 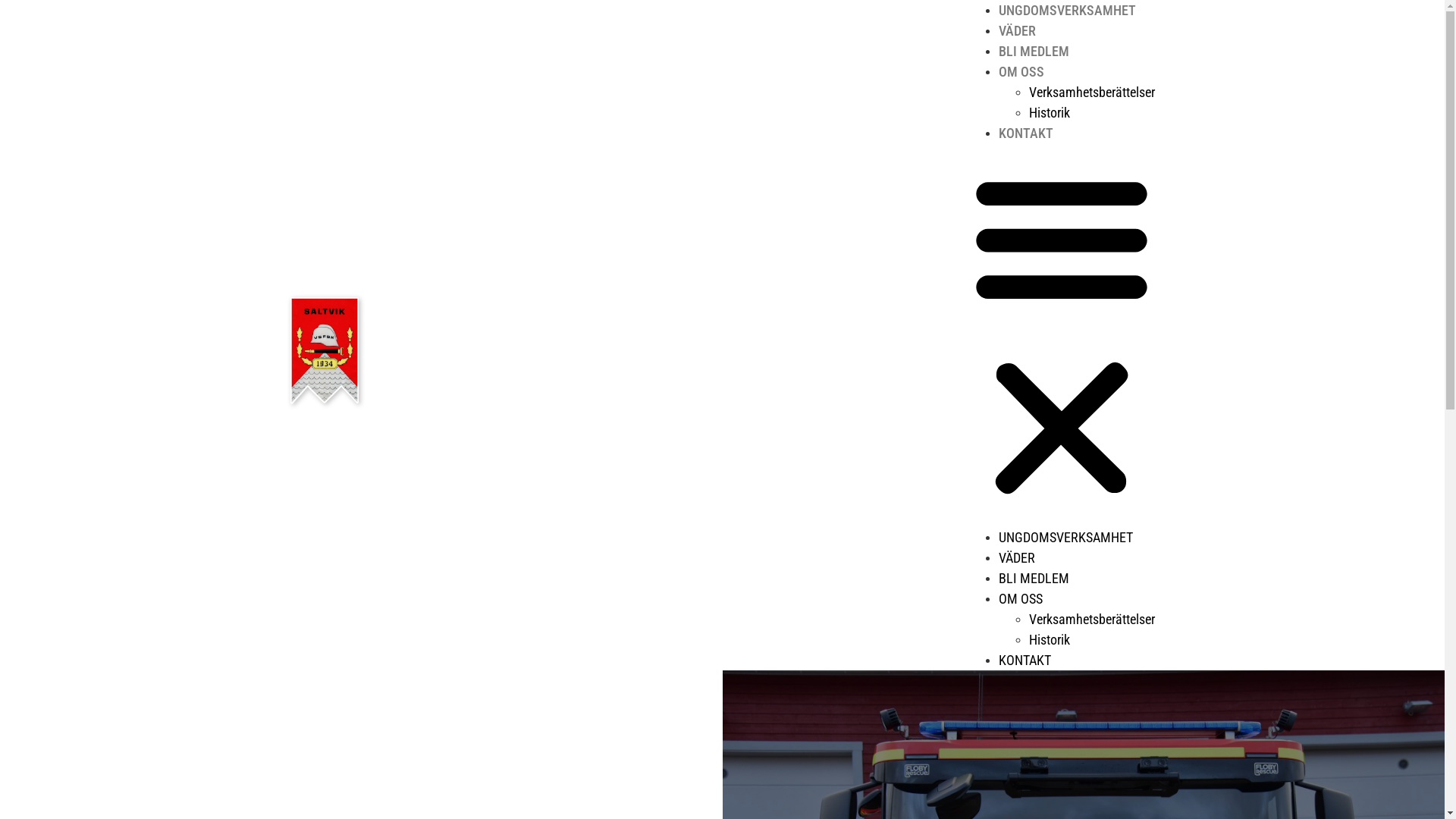 What do you see at coordinates (997, 598) in the screenshot?
I see `'OM OSS'` at bounding box center [997, 598].